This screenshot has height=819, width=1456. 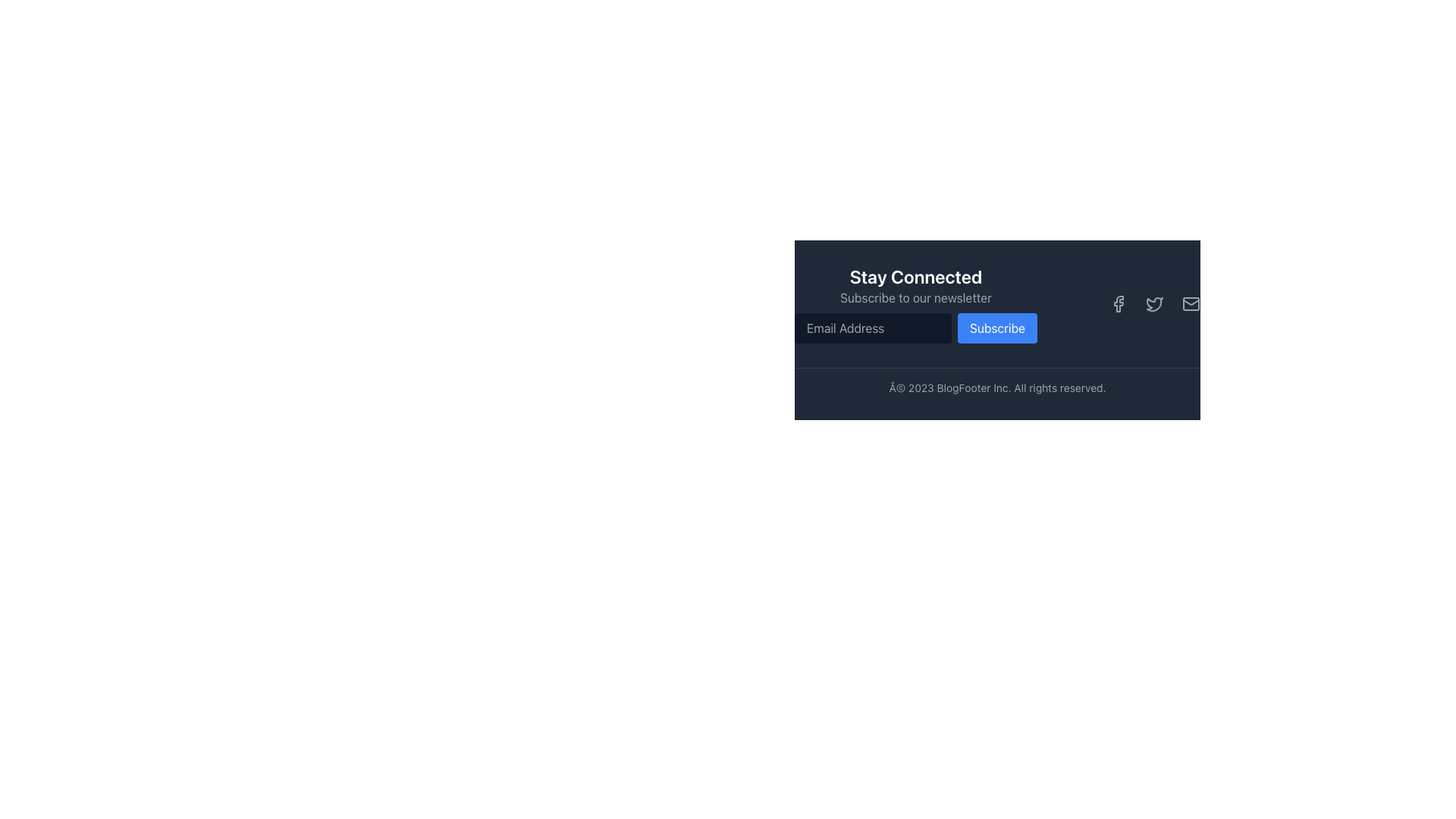 What do you see at coordinates (997, 327) in the screenshot?
I see `the subscription confirmation button located in the footer section, to the right of the 'Email Address' text input field` at bounding box center [997, 327].